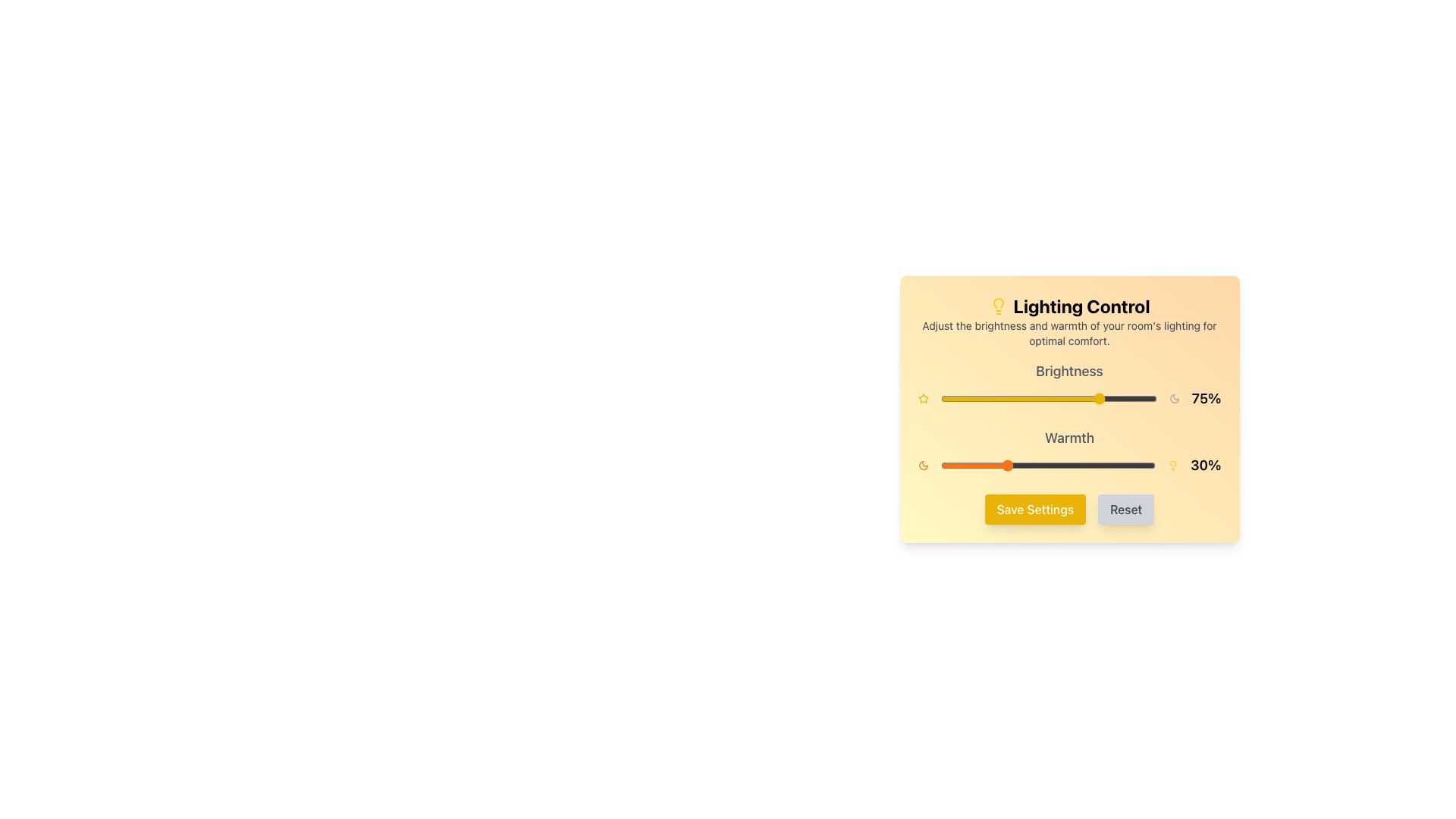  What do you see at coordinates (1088, 464) in the screenshot?
I see `warmth` at bounding box center [1088, 464].